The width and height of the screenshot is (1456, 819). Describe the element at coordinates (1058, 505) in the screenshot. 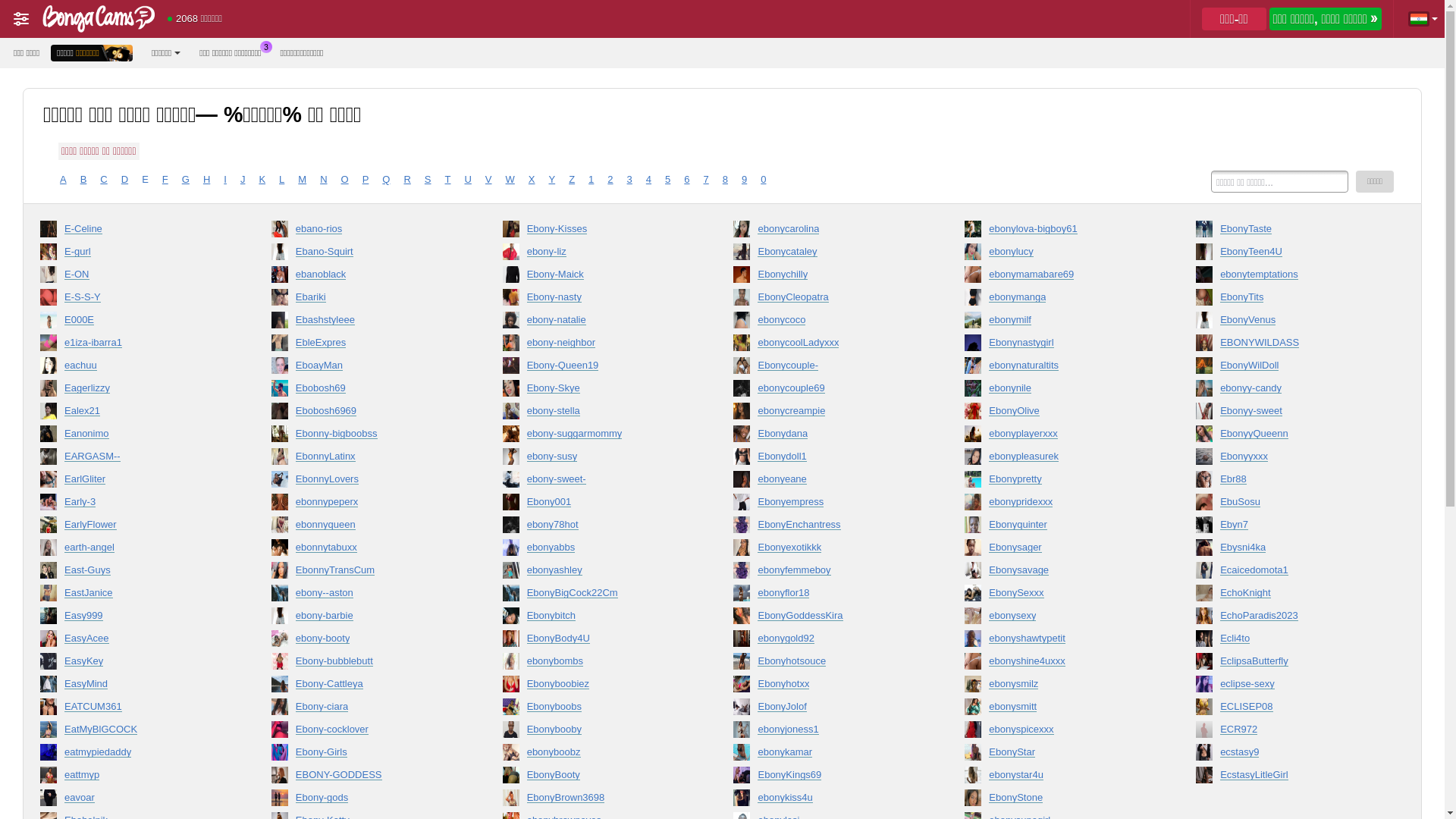

I see `'ebonypridexxx'` at that location.